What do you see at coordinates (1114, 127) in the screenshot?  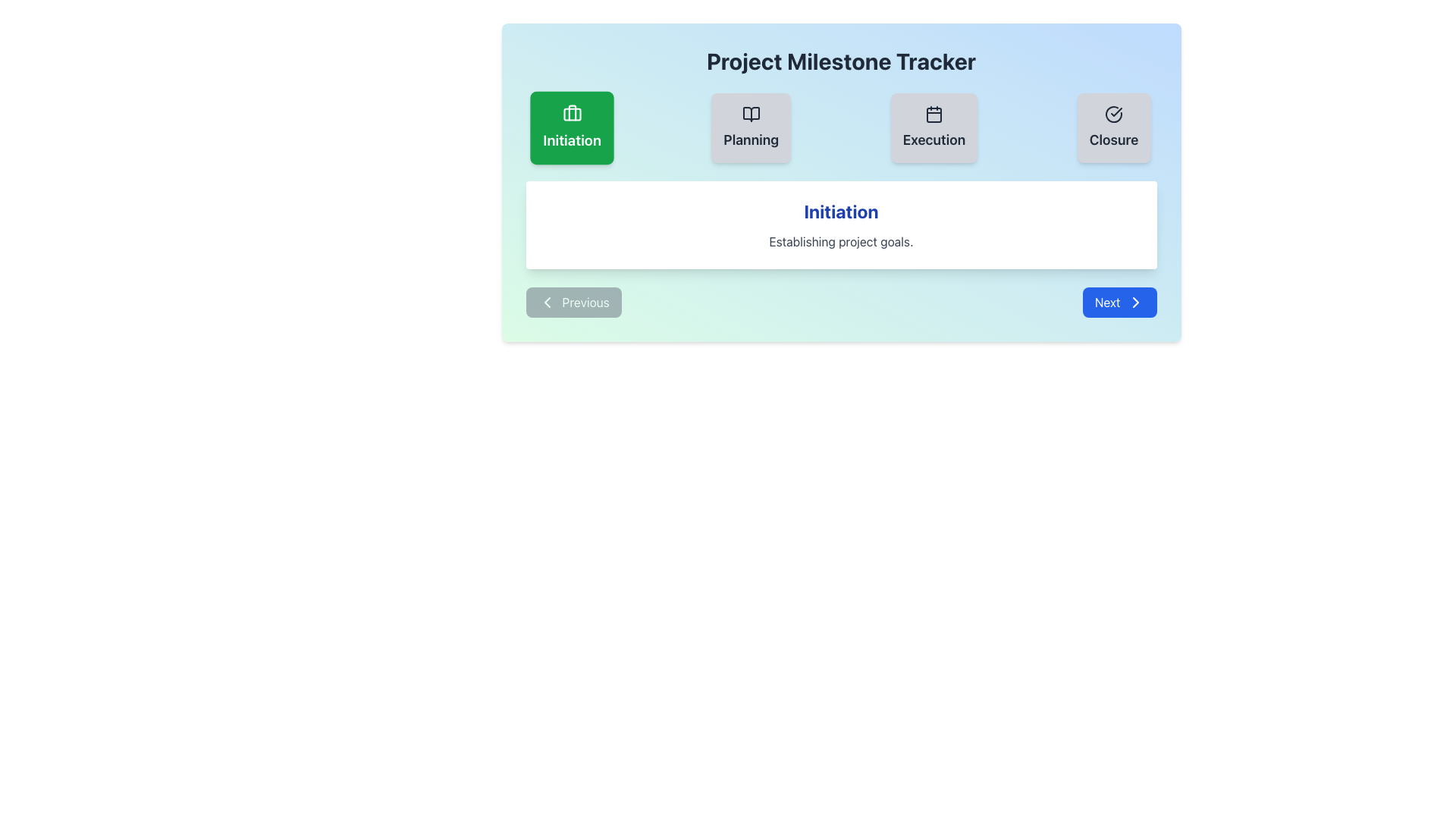 I see `the 'Closure' button, which is the rightmost button in a row of four buttons, adjacent to the 'Execution' button` at bounding box center [1114, 127].